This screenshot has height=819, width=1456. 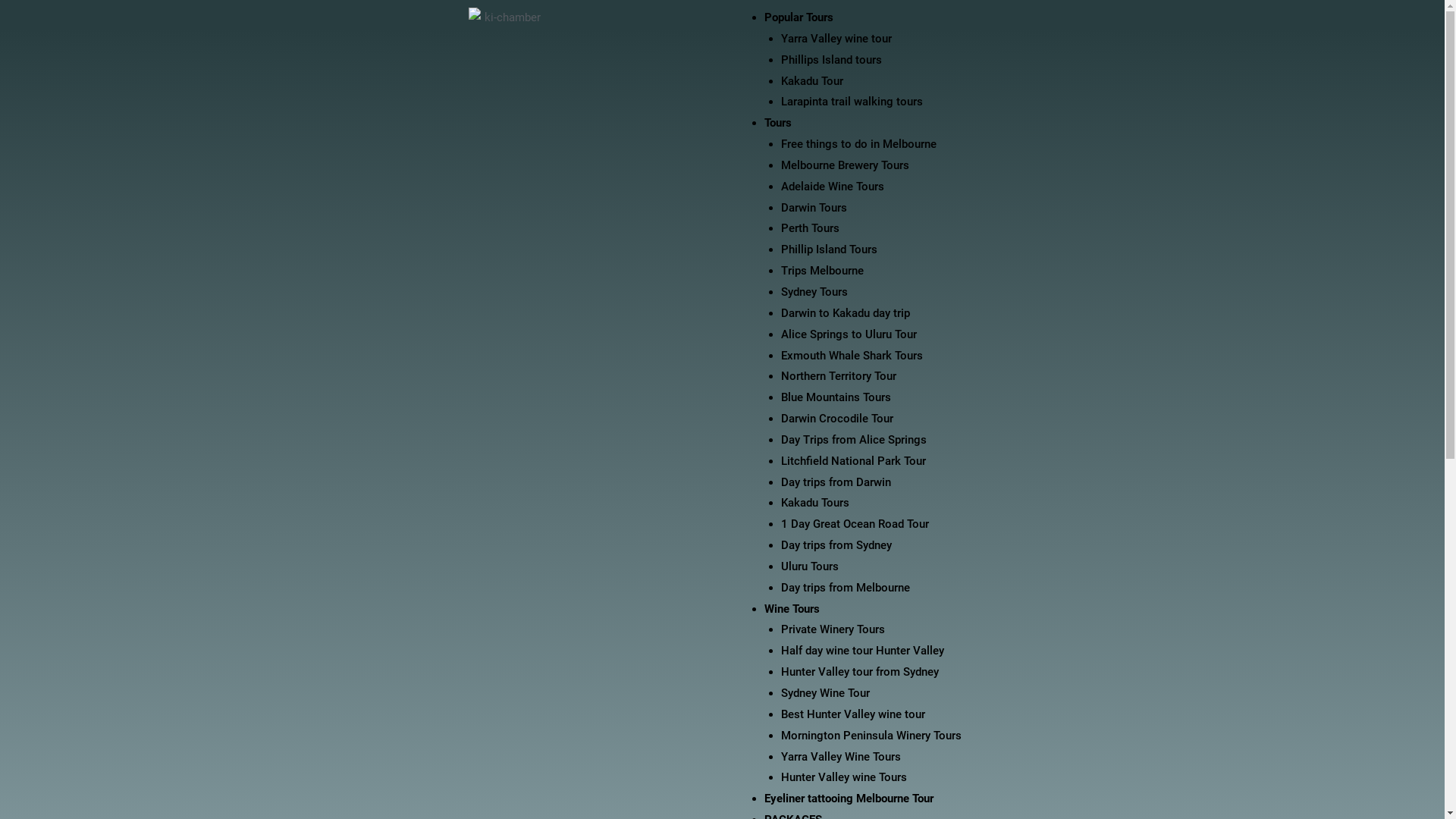 What do you see at coordinates (781, 777) in the screenshot?
I see `'Hunter Valley wine Tours'` at bounding box center [781, 777].